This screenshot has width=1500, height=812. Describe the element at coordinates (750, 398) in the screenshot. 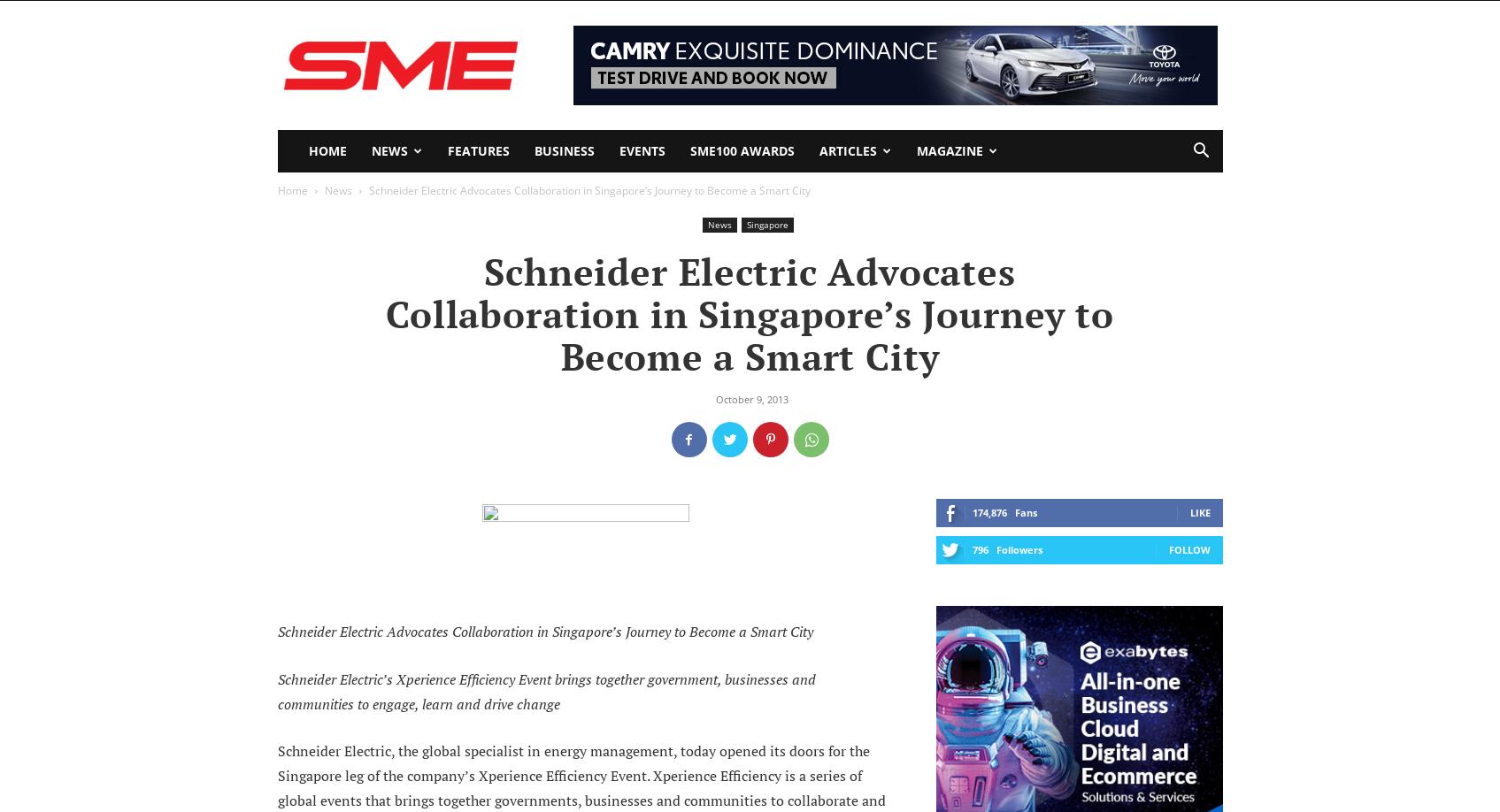

I see `'October 9, 2013'` at that location.